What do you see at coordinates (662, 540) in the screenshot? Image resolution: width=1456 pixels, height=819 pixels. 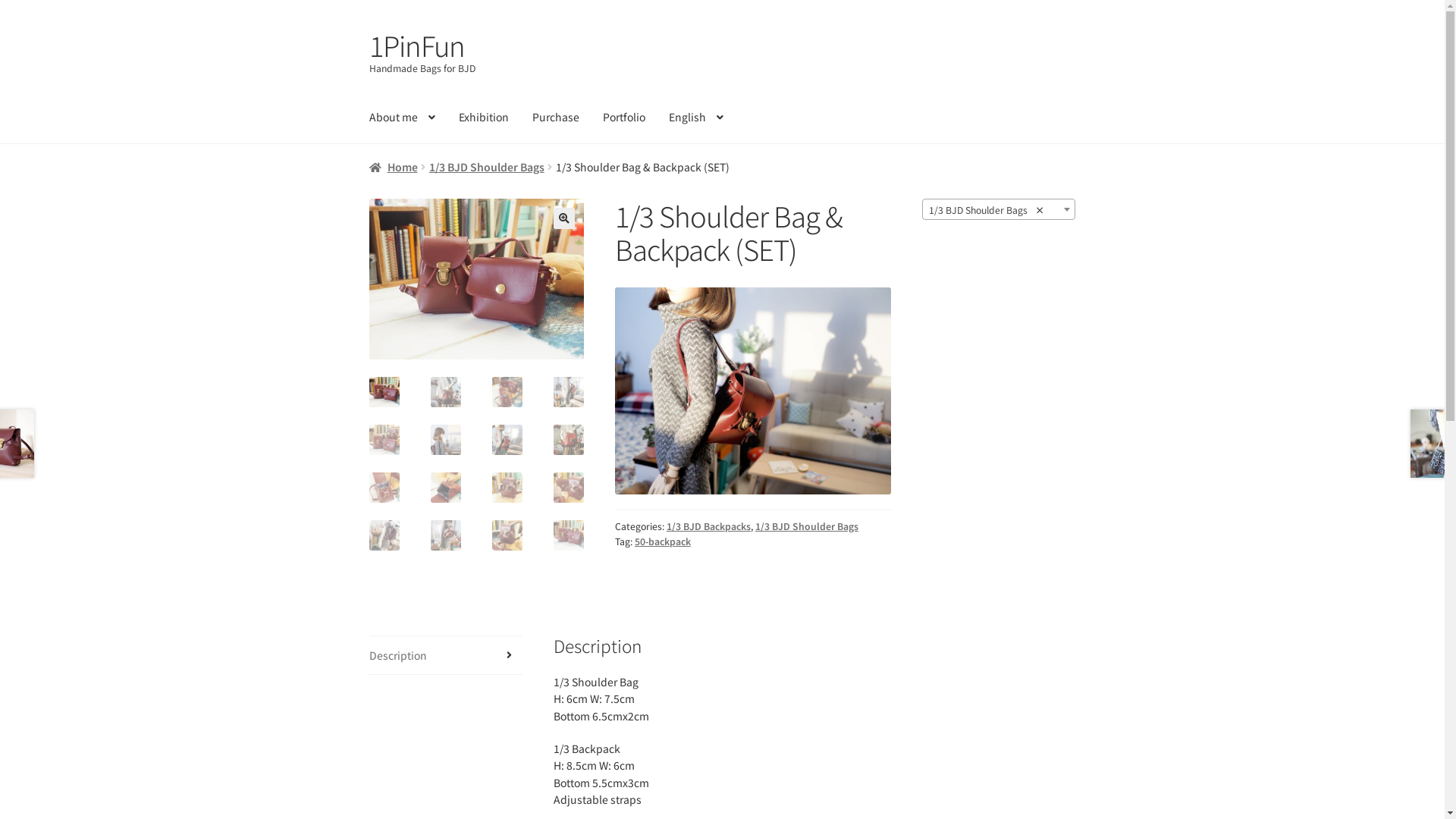 I see `'50-backpack'` at bounding box center [662, 540].